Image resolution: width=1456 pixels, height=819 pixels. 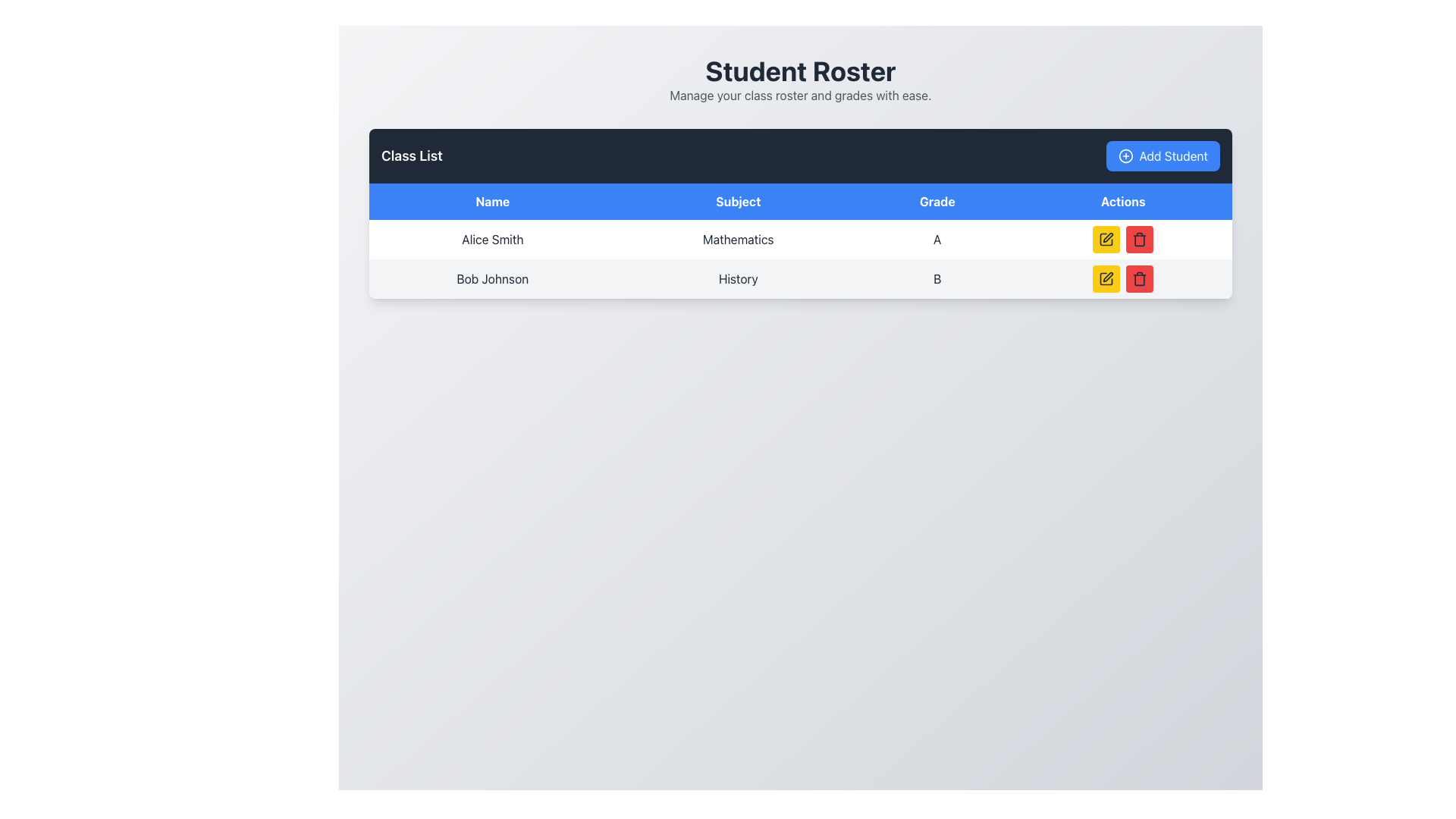 I want to click on the edit icon button located in the 'Actions' column of the table for the row corresponding to 'Alice Smith' to initiate an edit action, so click(x=1108, y=237).